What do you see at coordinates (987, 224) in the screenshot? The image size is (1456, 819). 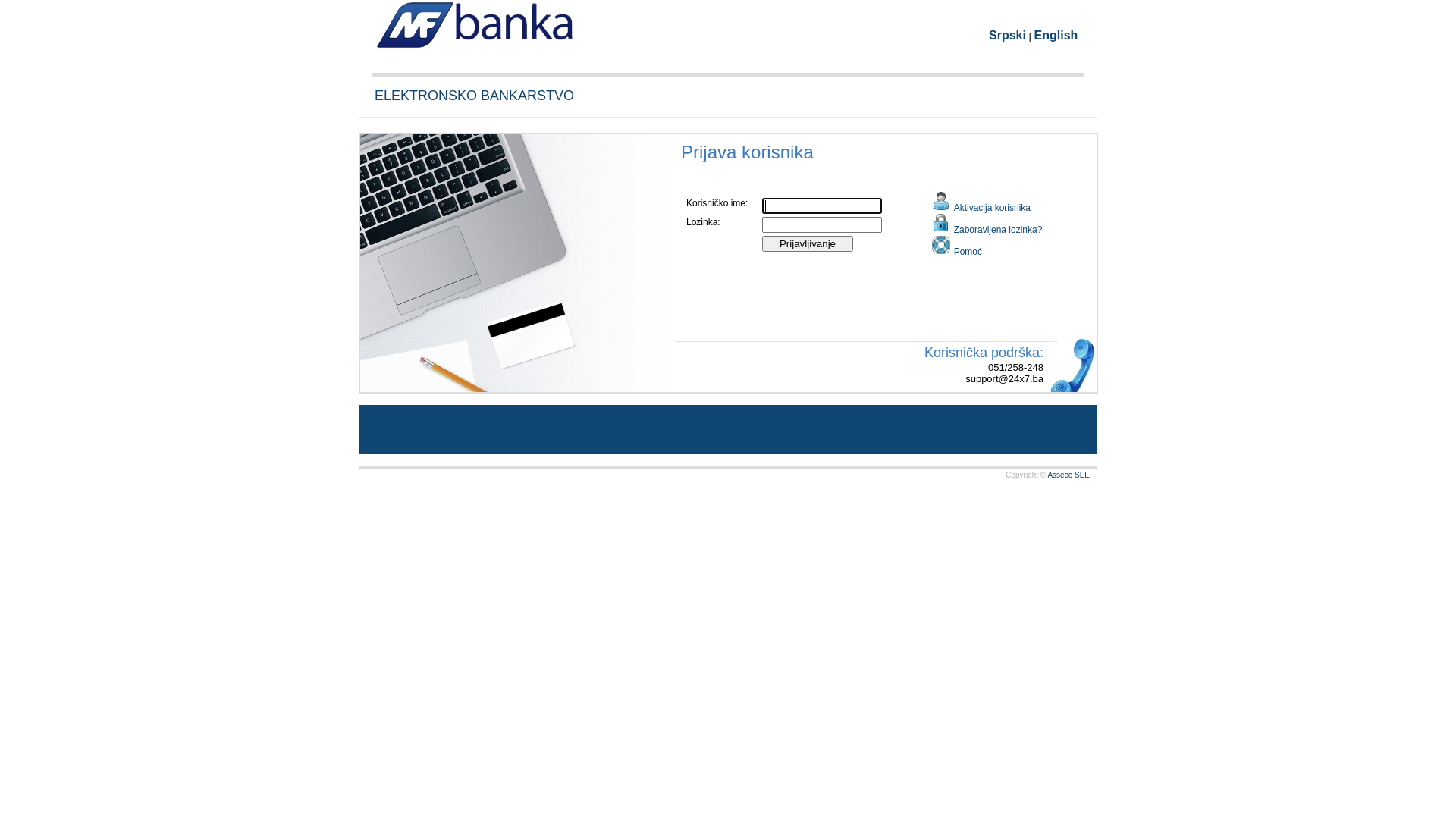 I see `'Zaboravljena lozinka?'` at bounding box center [987, 224].